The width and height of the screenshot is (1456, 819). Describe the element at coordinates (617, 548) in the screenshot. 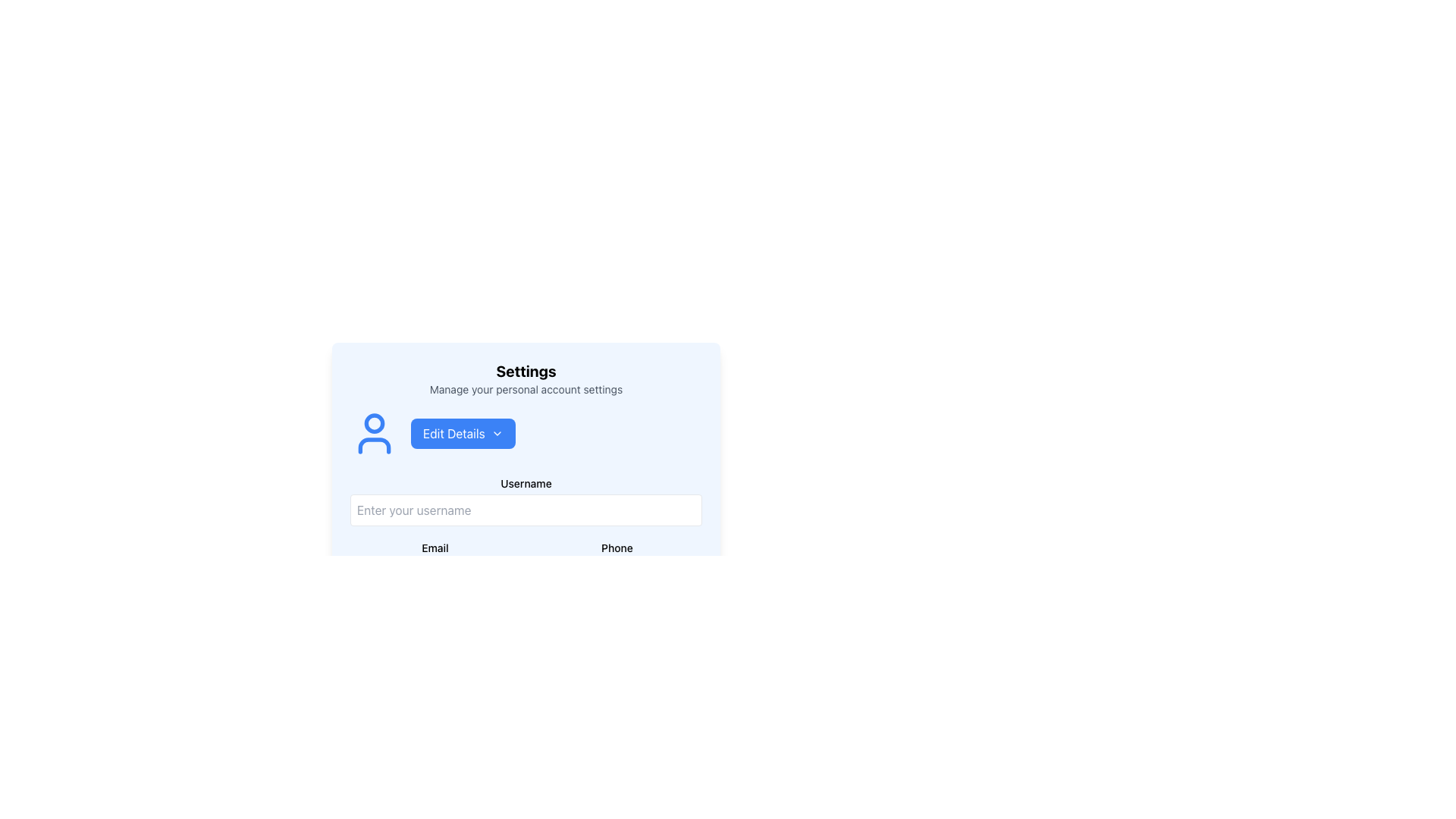

I see `the Text label that provides context for the phone number input field, located below the 'Settings' label` at that location.